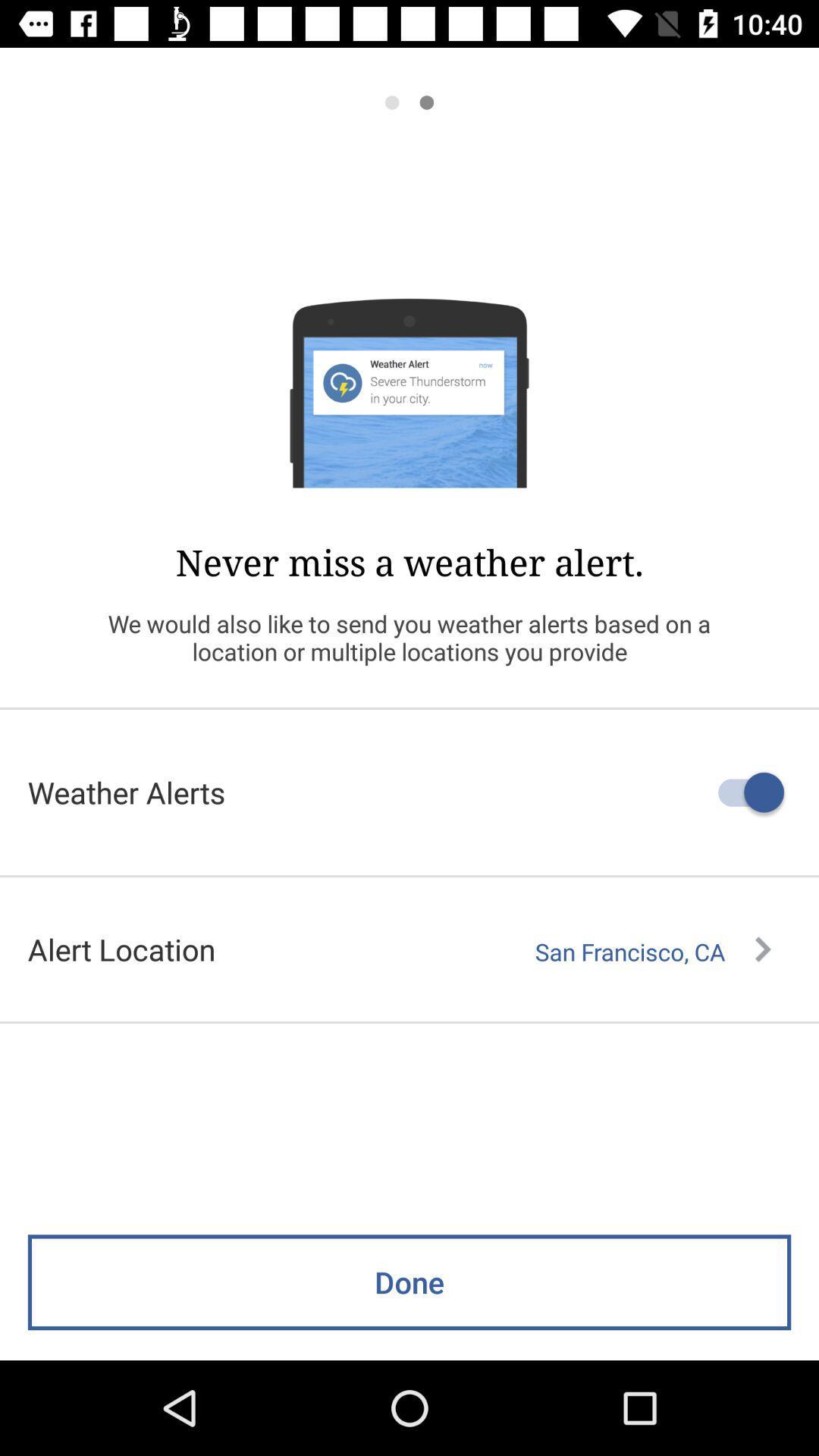 This screenshot has width=819, height=1456. Describe the element at coordinates (409, 1282) in the screenshot. I see `done` at that location.